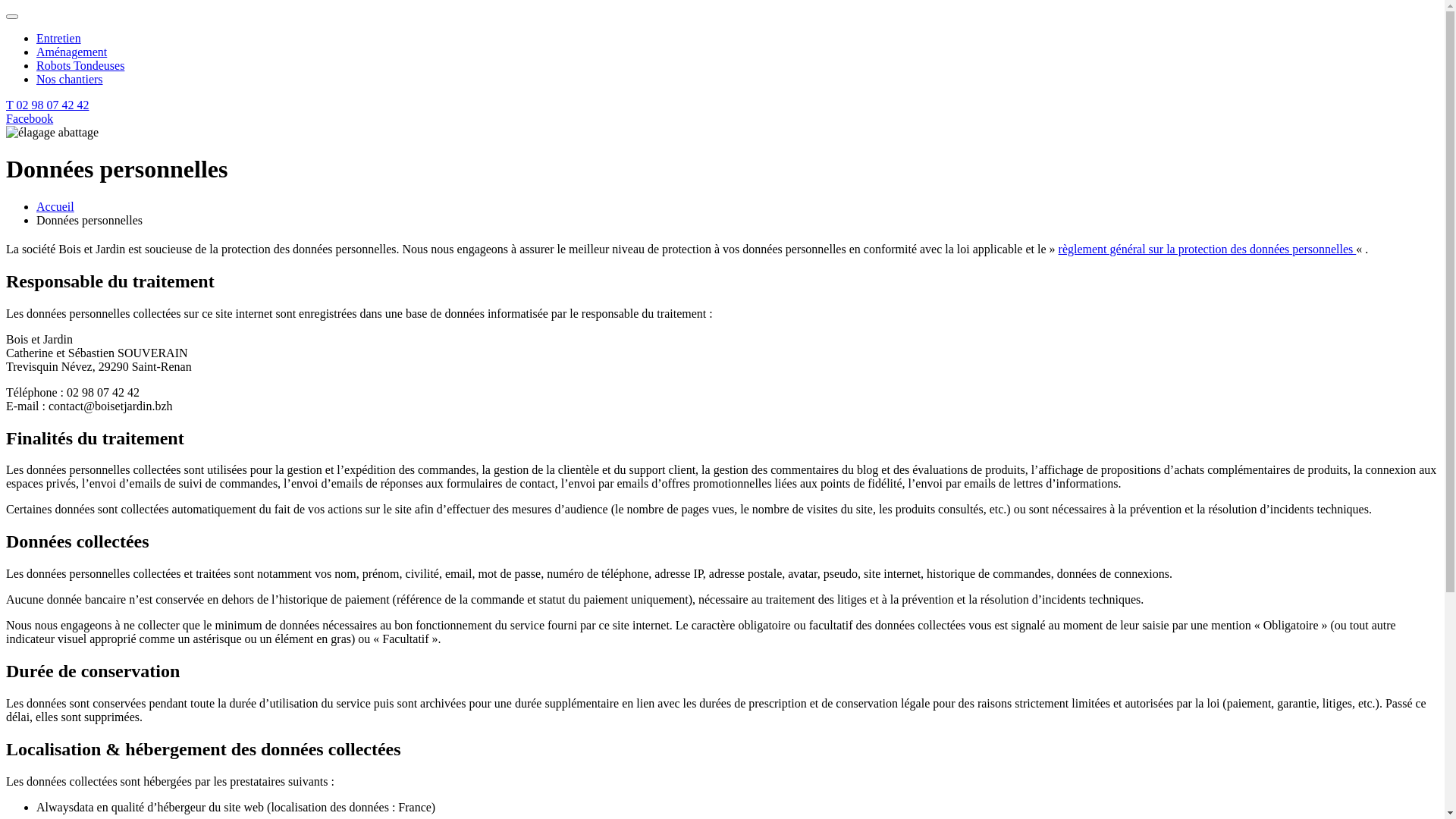 The image size is (1456, 819). What do you see at coordinates (36, 79) in the screenshot?
I see `'Nos chantiers'` at bounding box center [36, 79].